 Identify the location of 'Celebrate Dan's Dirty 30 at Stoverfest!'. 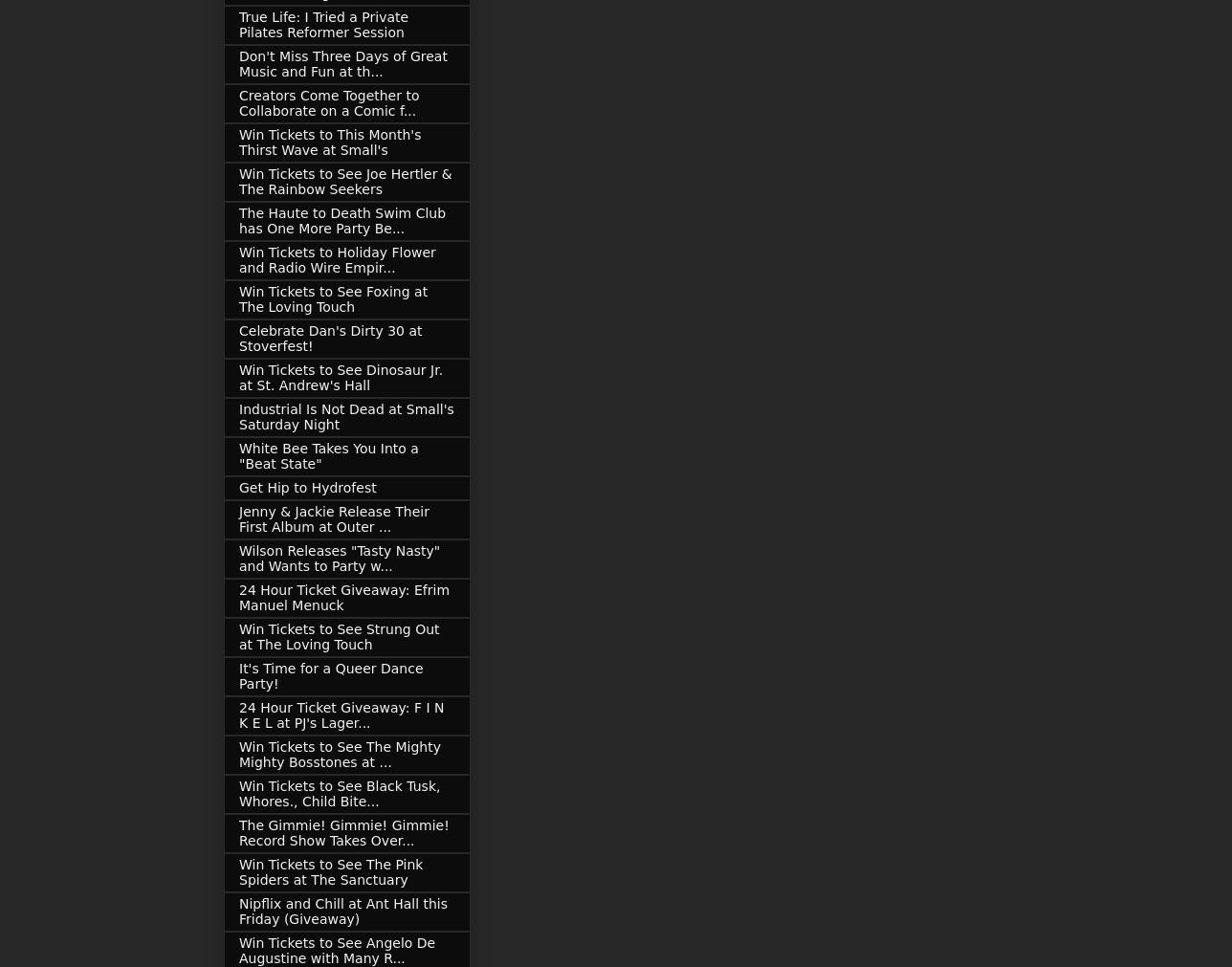
(330, 337).